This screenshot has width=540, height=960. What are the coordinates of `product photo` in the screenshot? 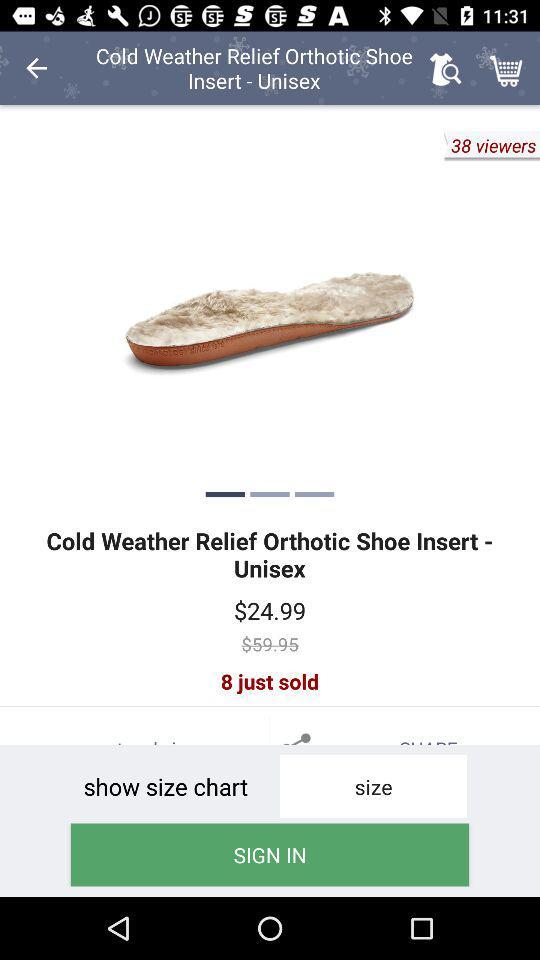 It's located at (270, 309).